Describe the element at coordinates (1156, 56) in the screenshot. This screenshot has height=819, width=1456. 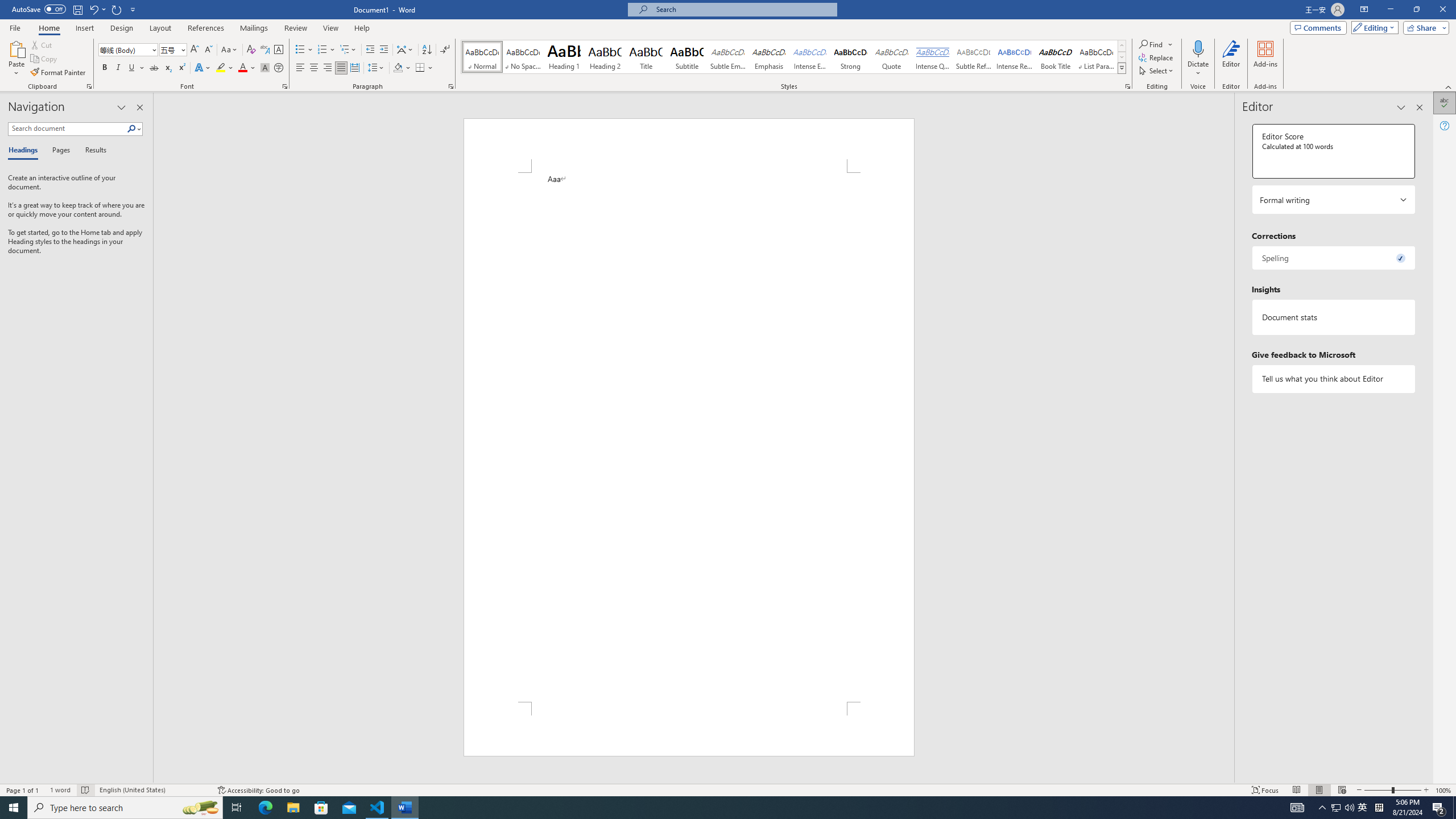
I see `'Replace...'` at that location.